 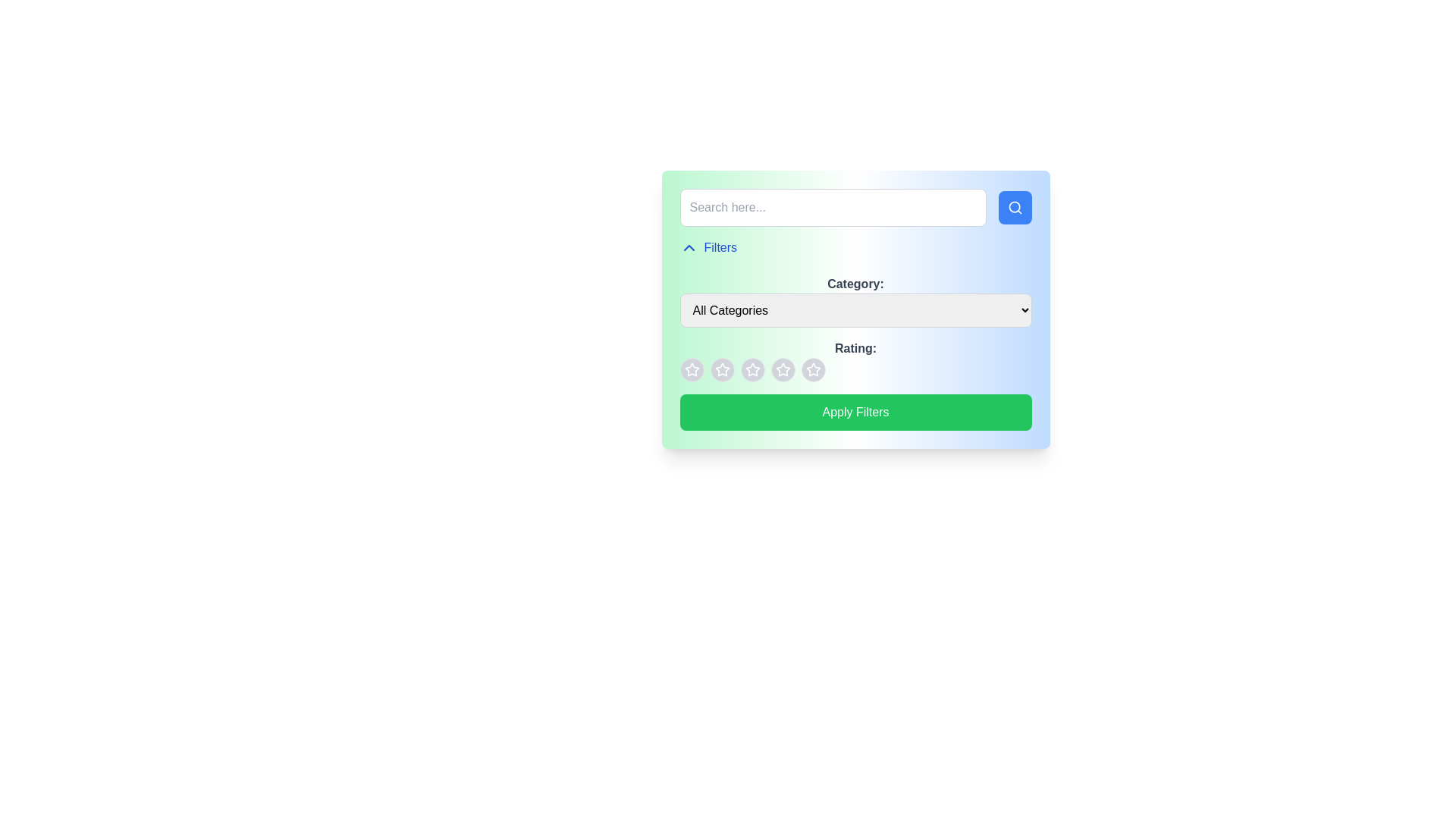 What do you see at coordinates (855, 301) in the screenshot?
I see `dropdown menu for category filtering located below the 'Category:' label and above the 'Rating:' stars group within the filter panel using developer tools` at bounding box center [855, 301].